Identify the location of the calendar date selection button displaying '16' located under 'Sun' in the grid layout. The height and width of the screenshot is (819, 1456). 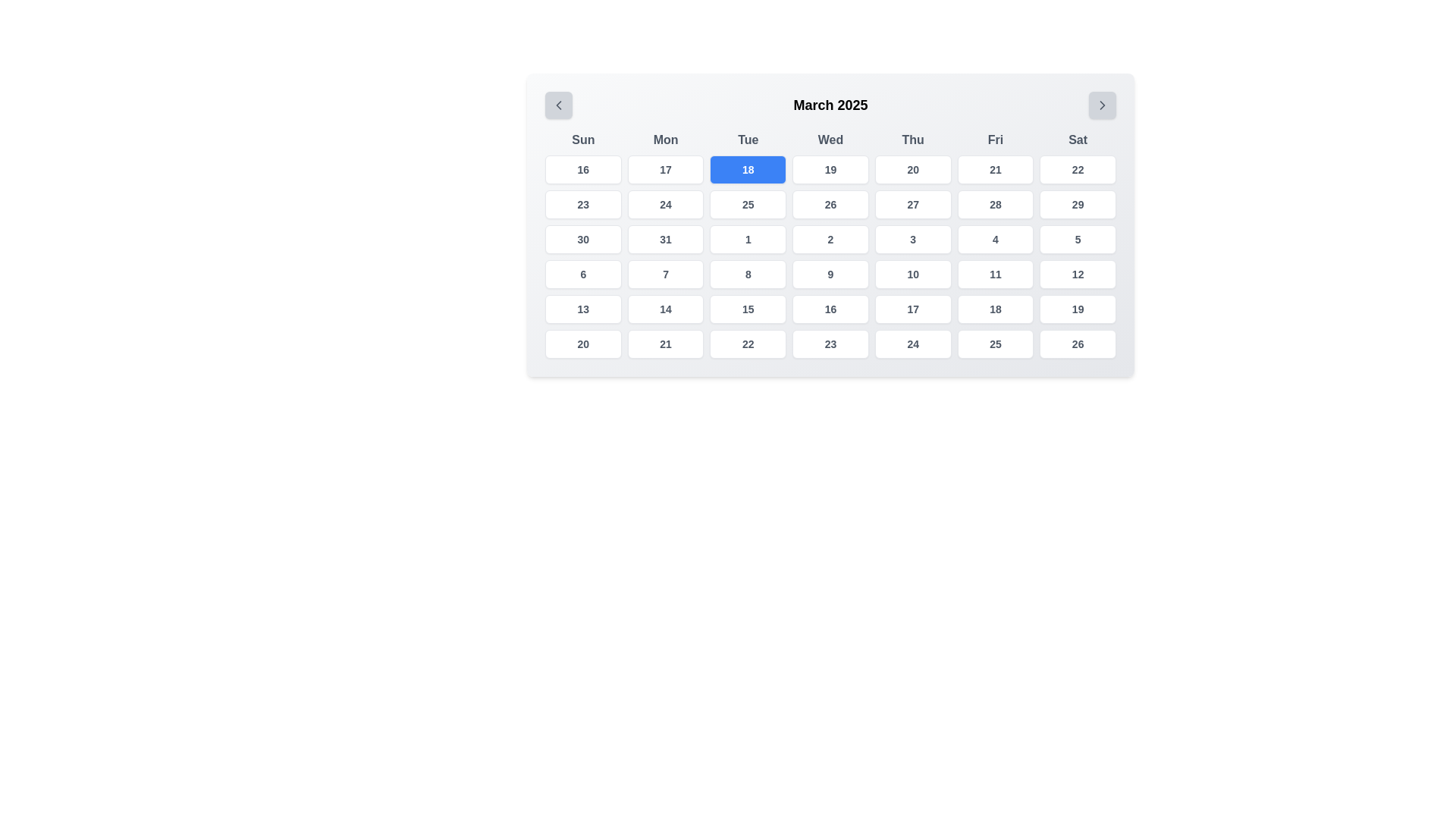
(582, 169).